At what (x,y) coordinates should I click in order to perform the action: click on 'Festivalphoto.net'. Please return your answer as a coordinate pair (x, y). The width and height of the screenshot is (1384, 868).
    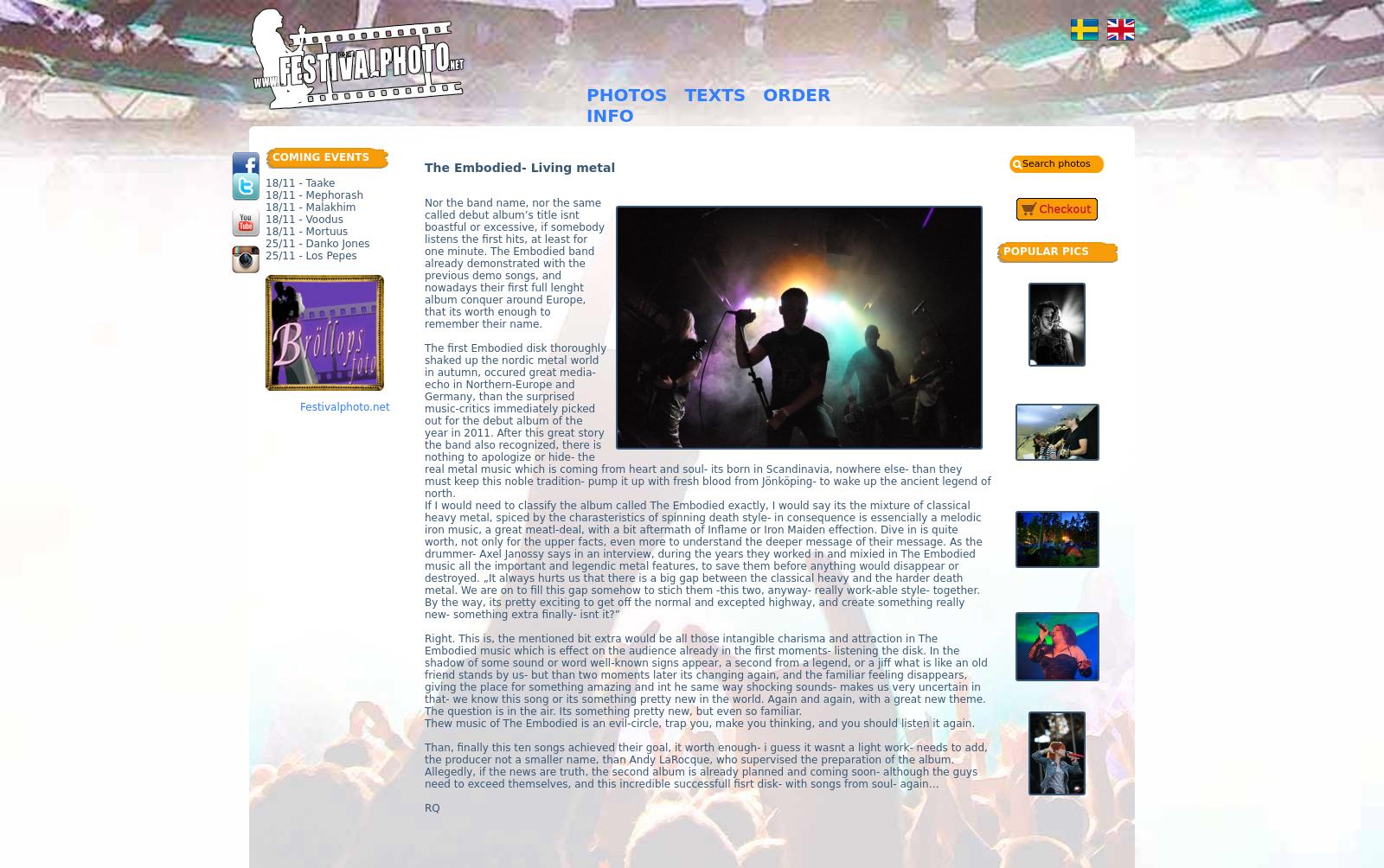
    Looking at the image, I should click on (300, 405).